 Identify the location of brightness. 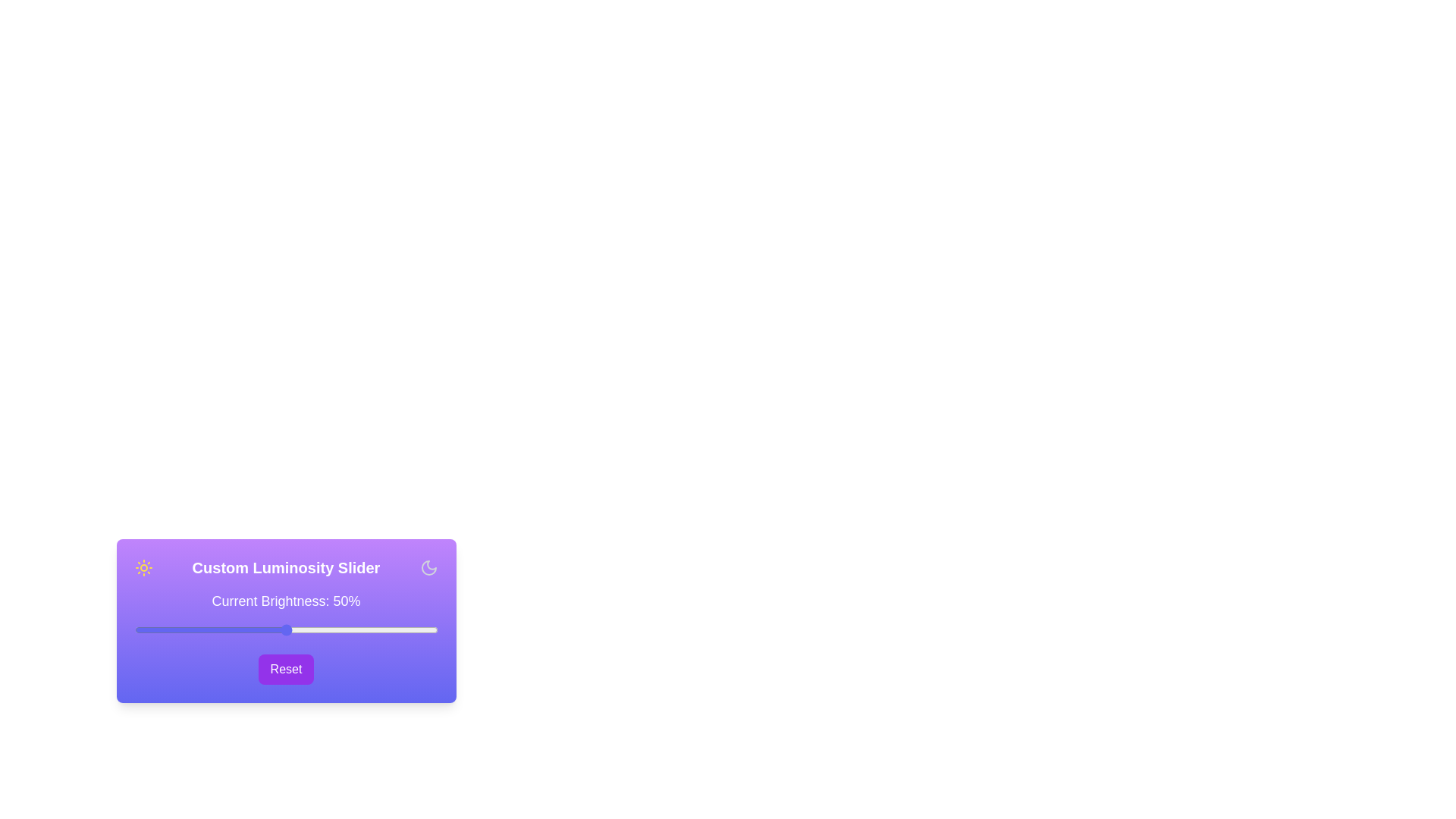
(361, 629).